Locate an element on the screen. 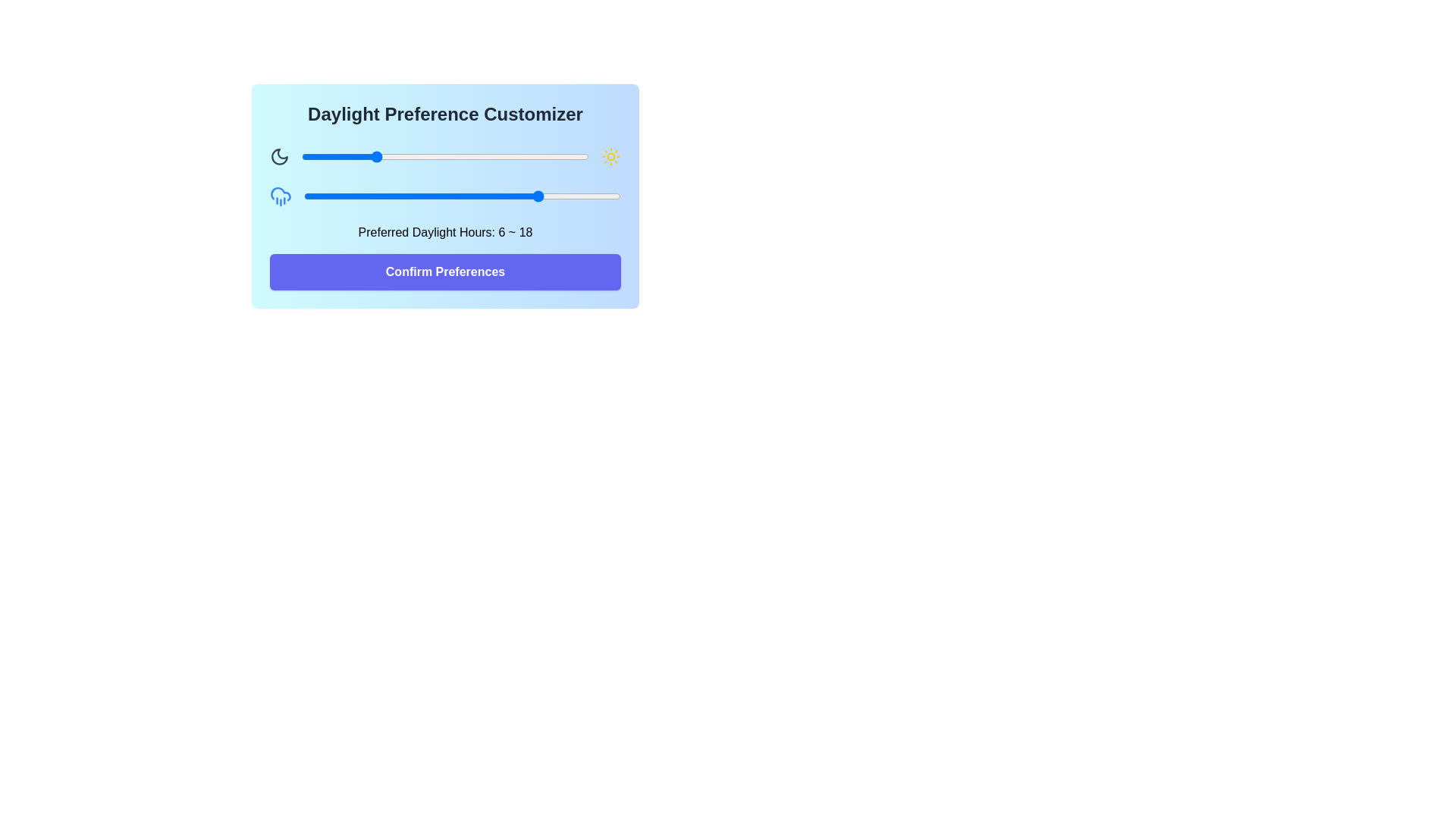 Image resolution: width=1456 pixels, height=819 pixels. the daylight preference is located at coordinates (356, 195).